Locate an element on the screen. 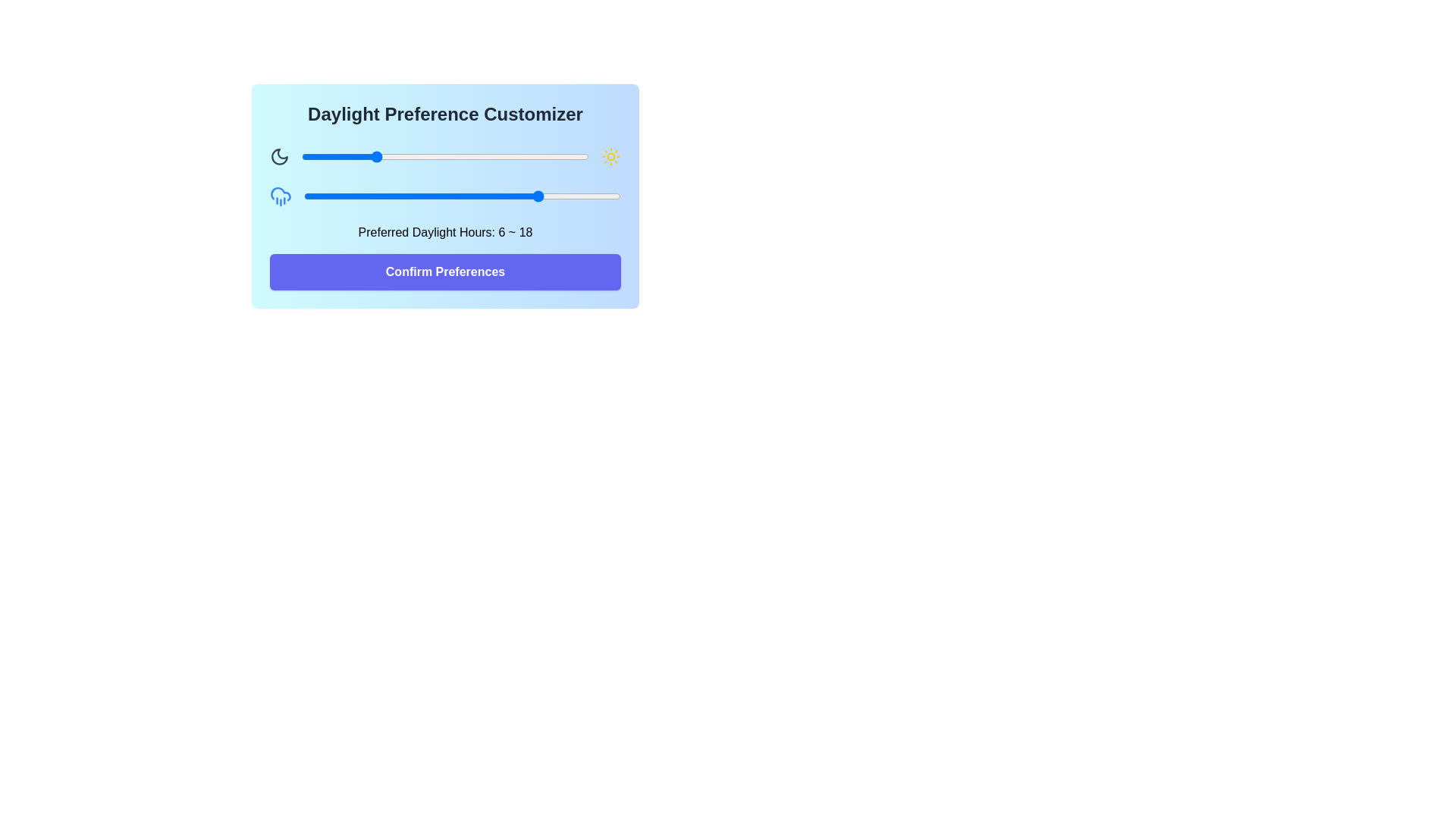 Image resolution: width=1456 pixels, height=819 pixels. the daylight preference is located at coordinates (356, 195).